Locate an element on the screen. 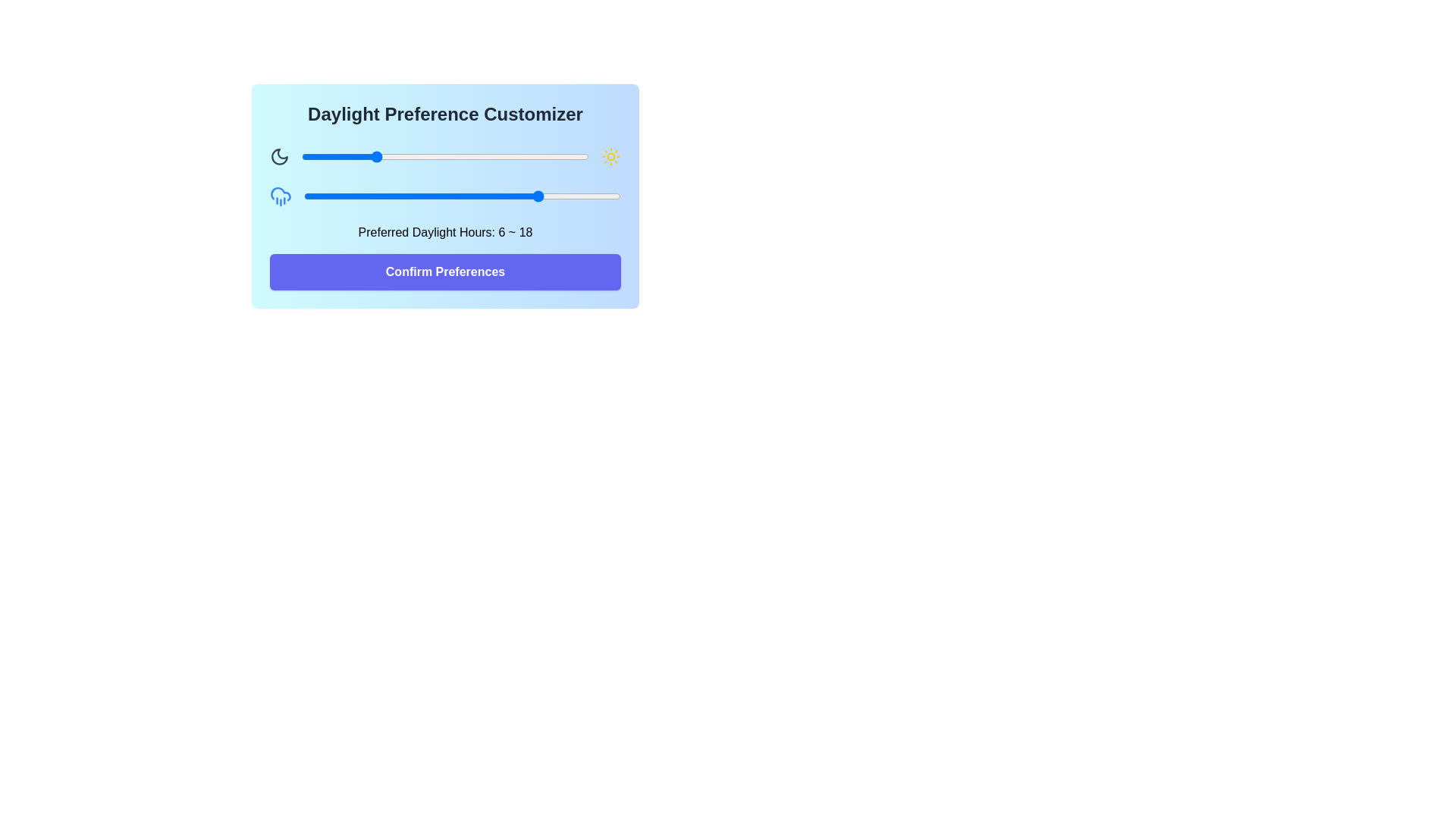 Image resolution: width=1456 pixels, height=819 pixels. the daylight preference is located at coordinates (356, 195).